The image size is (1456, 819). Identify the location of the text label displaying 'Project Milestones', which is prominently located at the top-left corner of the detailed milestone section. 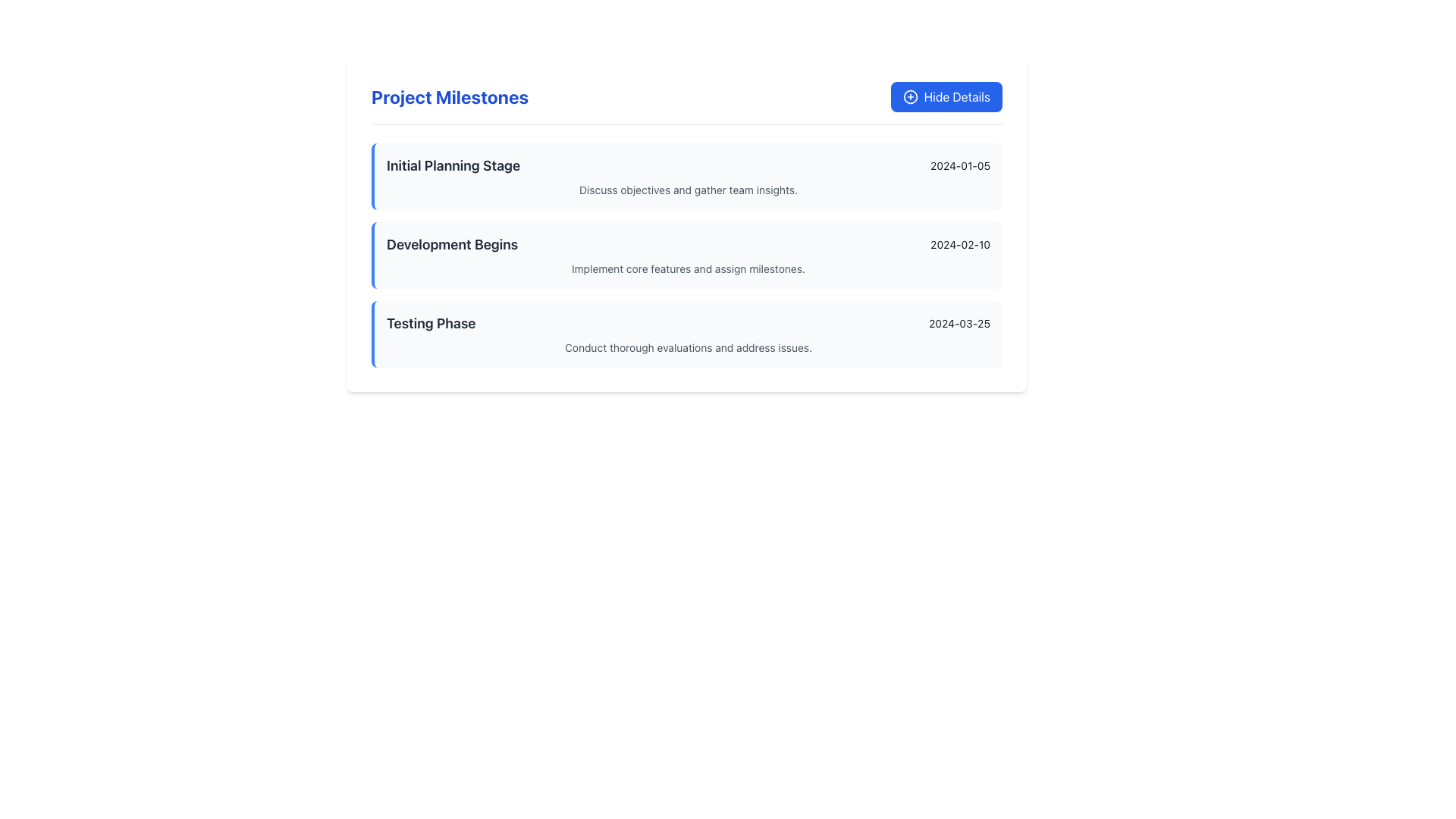
(449, 96).